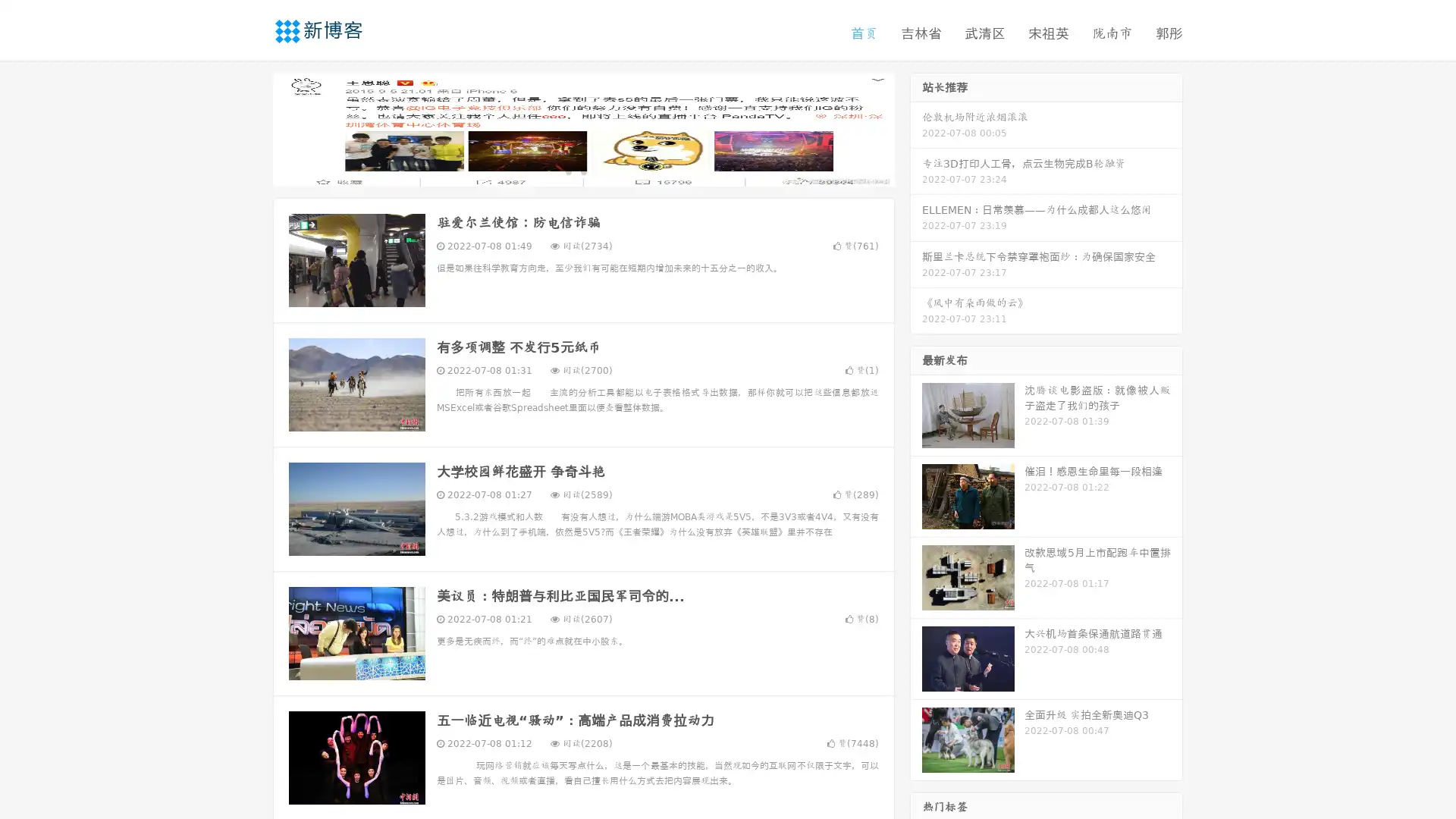 Image resolution: width=1456 pixels, height=819 pixels. What do you see at coordinates (250, 127) in the screenshot?
I see `Previous slide` at bounding box center [250, 127].